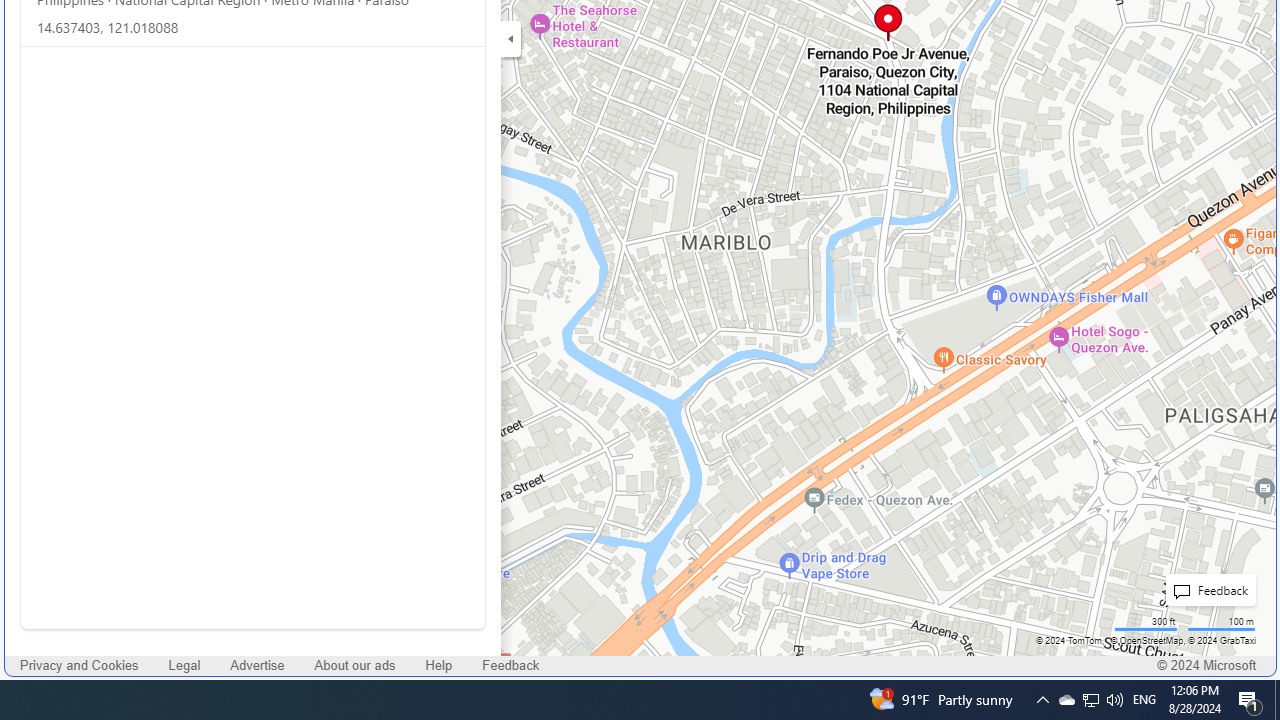  I want to click on 'Advertise', so click(256, 666).